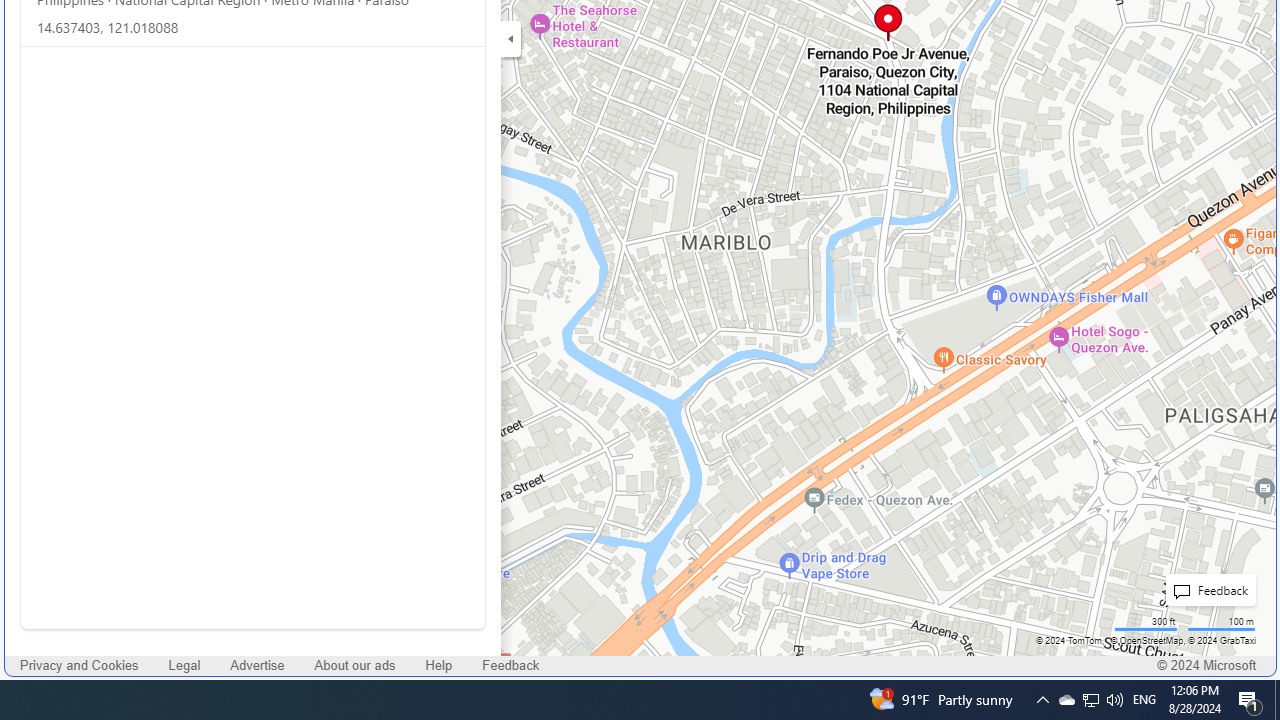  I want to click on 'Advertise', so click(256, 666).